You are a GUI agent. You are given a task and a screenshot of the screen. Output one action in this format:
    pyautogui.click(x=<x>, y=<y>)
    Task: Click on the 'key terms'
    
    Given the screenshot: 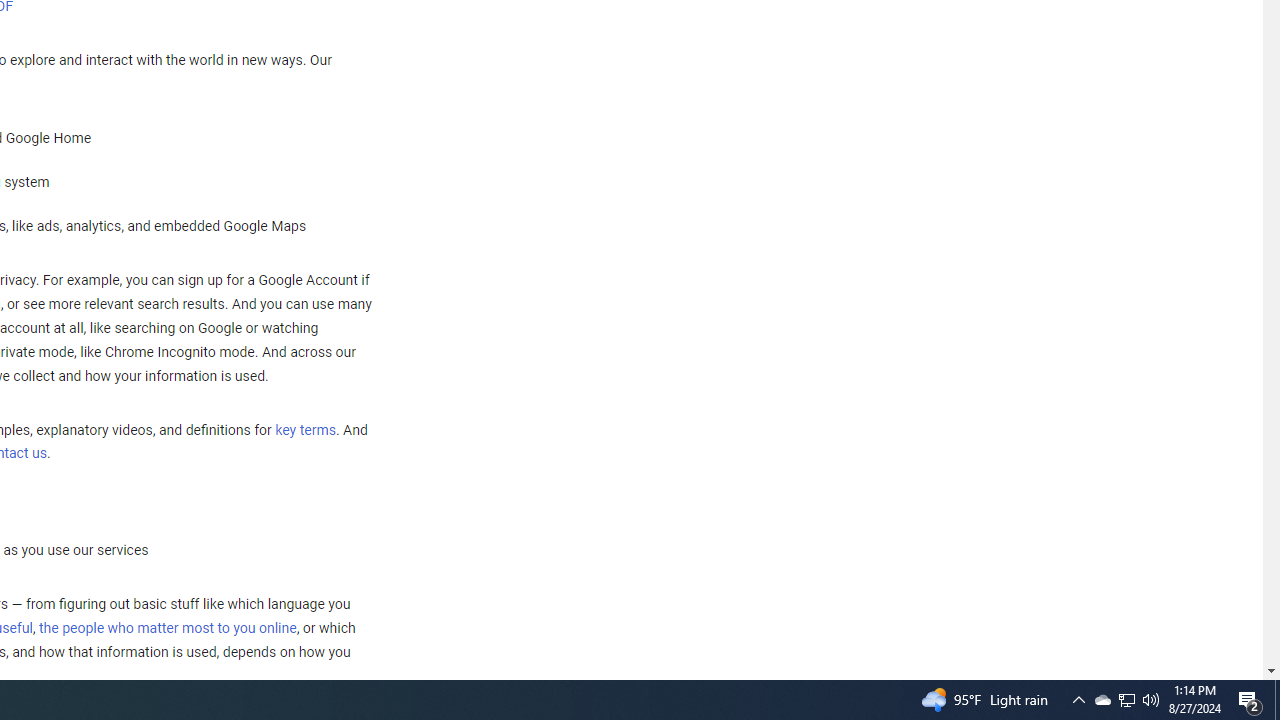 What is the action you would take?
    pyautogui.click(x=304, y=429)
    